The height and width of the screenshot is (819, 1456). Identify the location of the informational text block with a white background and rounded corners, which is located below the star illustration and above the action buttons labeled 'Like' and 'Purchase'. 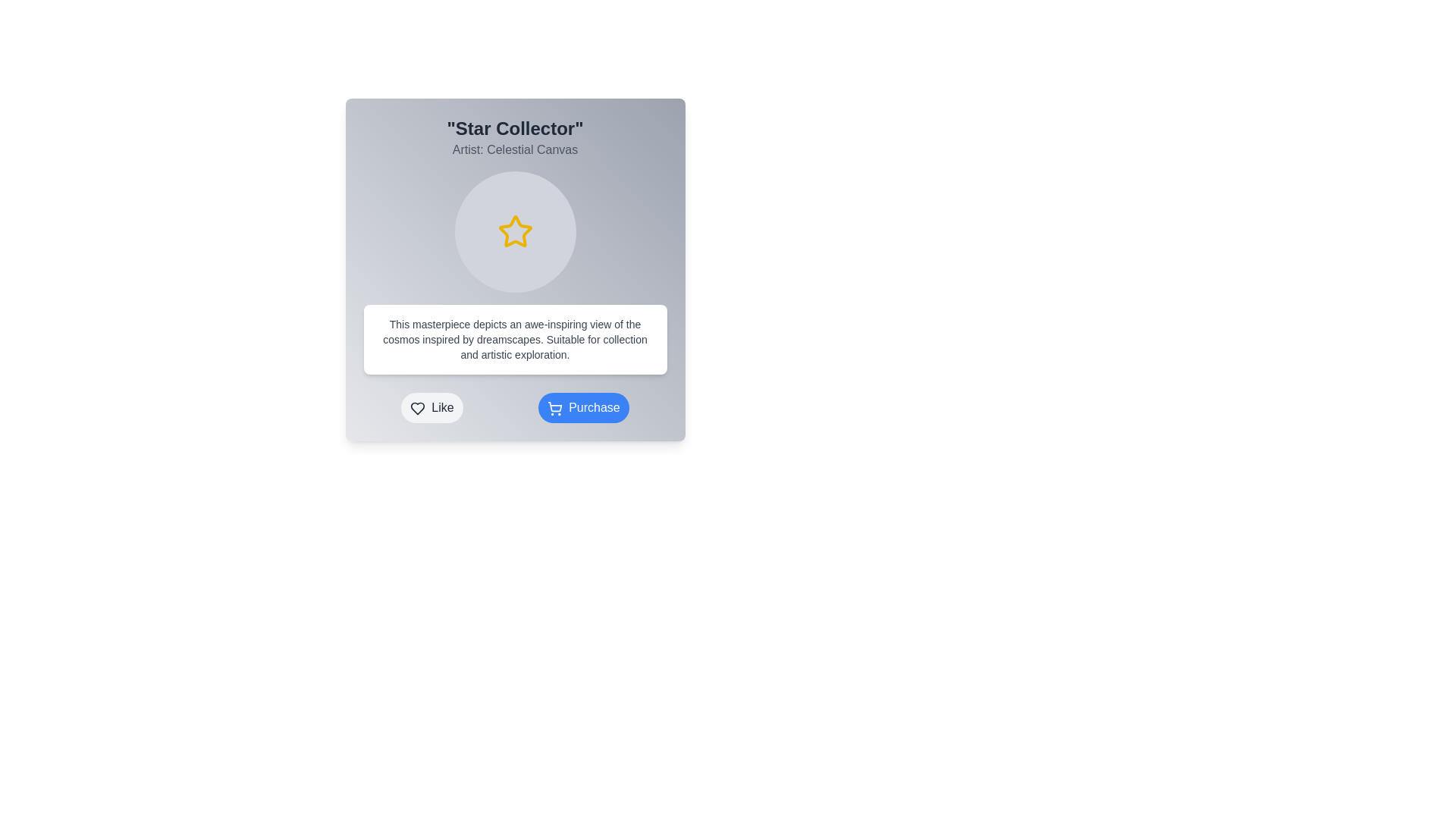
(515, 338).